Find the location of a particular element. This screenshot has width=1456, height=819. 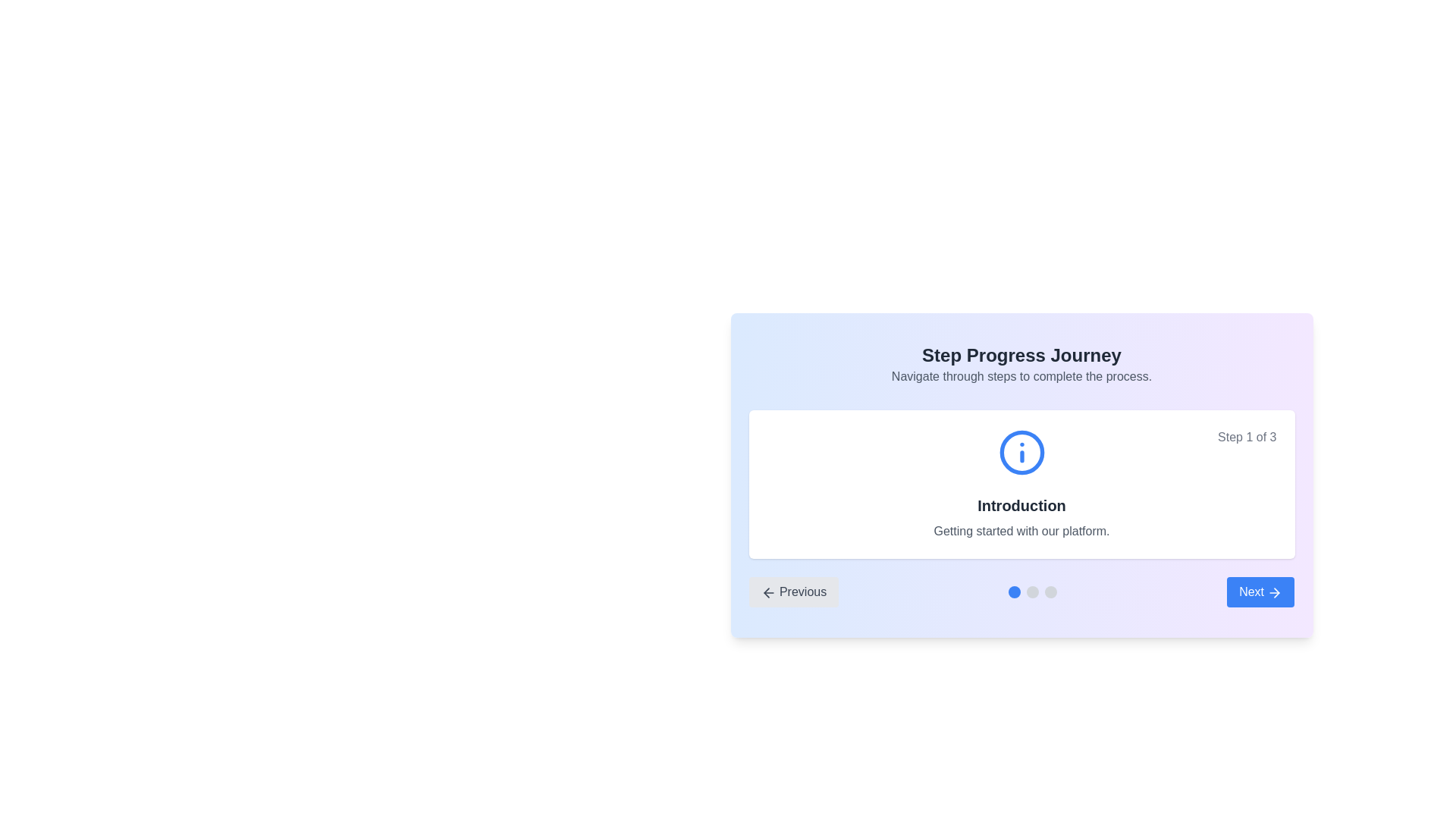

the right-pointing arrow icon located within the blue 'Next' button at the bottom-right area of the interactive card is located at coordinates (1274, 591).